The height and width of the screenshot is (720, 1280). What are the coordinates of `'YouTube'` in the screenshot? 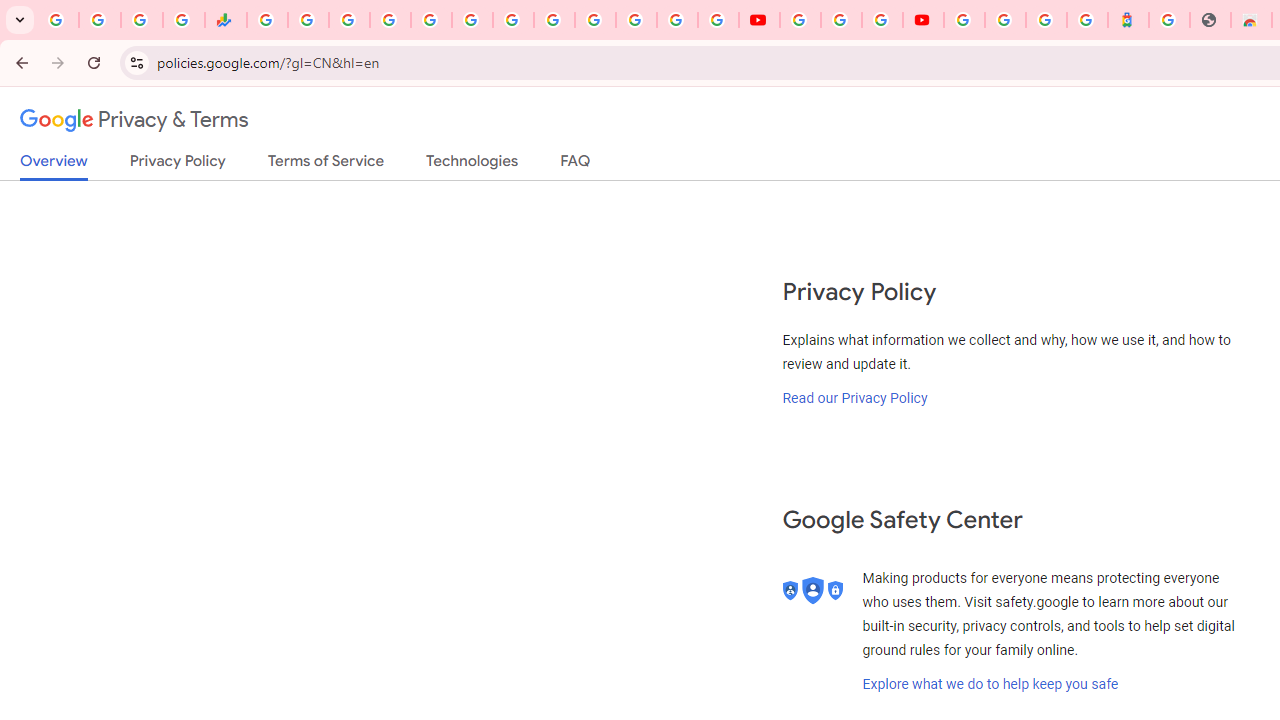 It's located at (758, 20).